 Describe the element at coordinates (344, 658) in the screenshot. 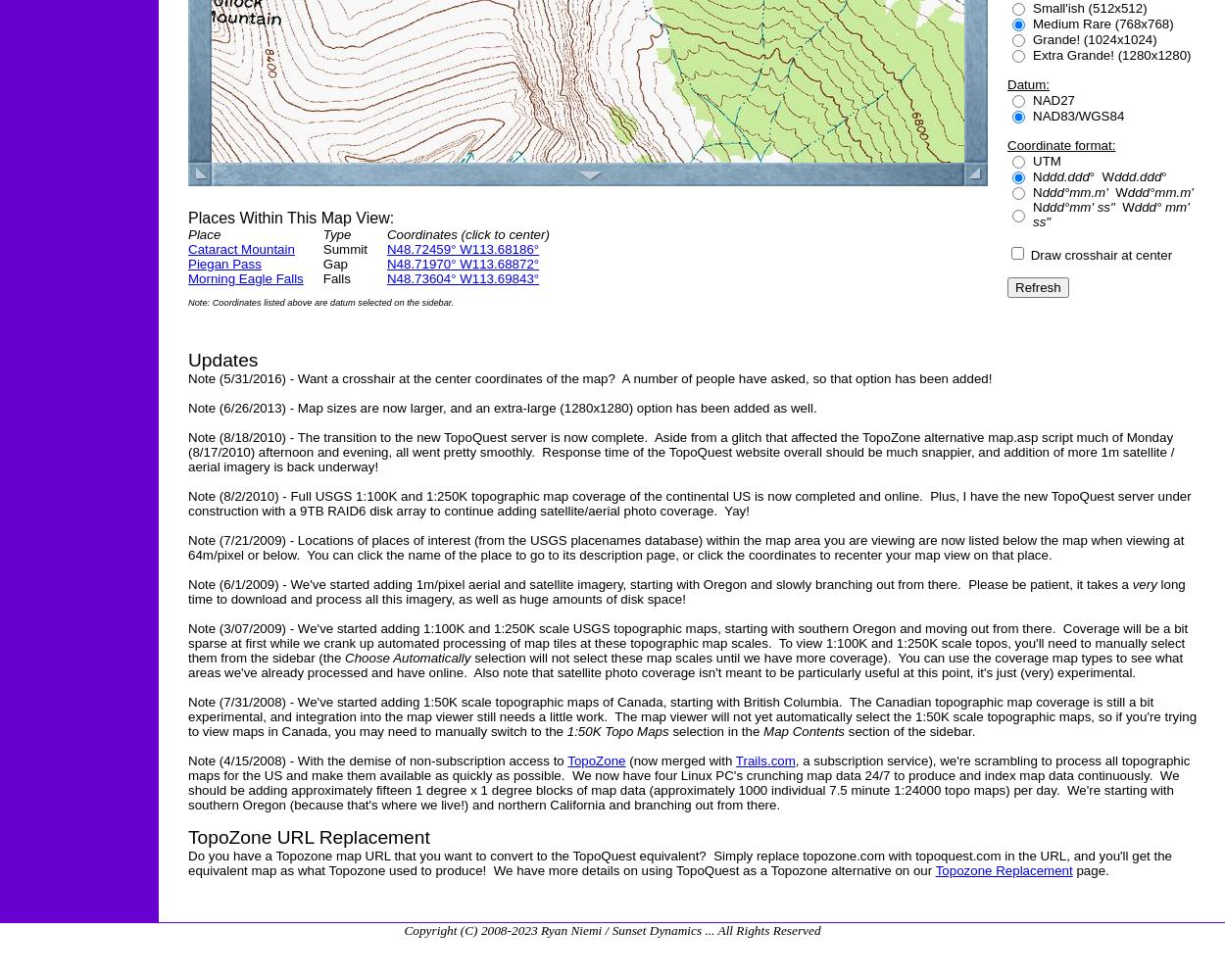

I see `'Choose Automatically'` at that location.